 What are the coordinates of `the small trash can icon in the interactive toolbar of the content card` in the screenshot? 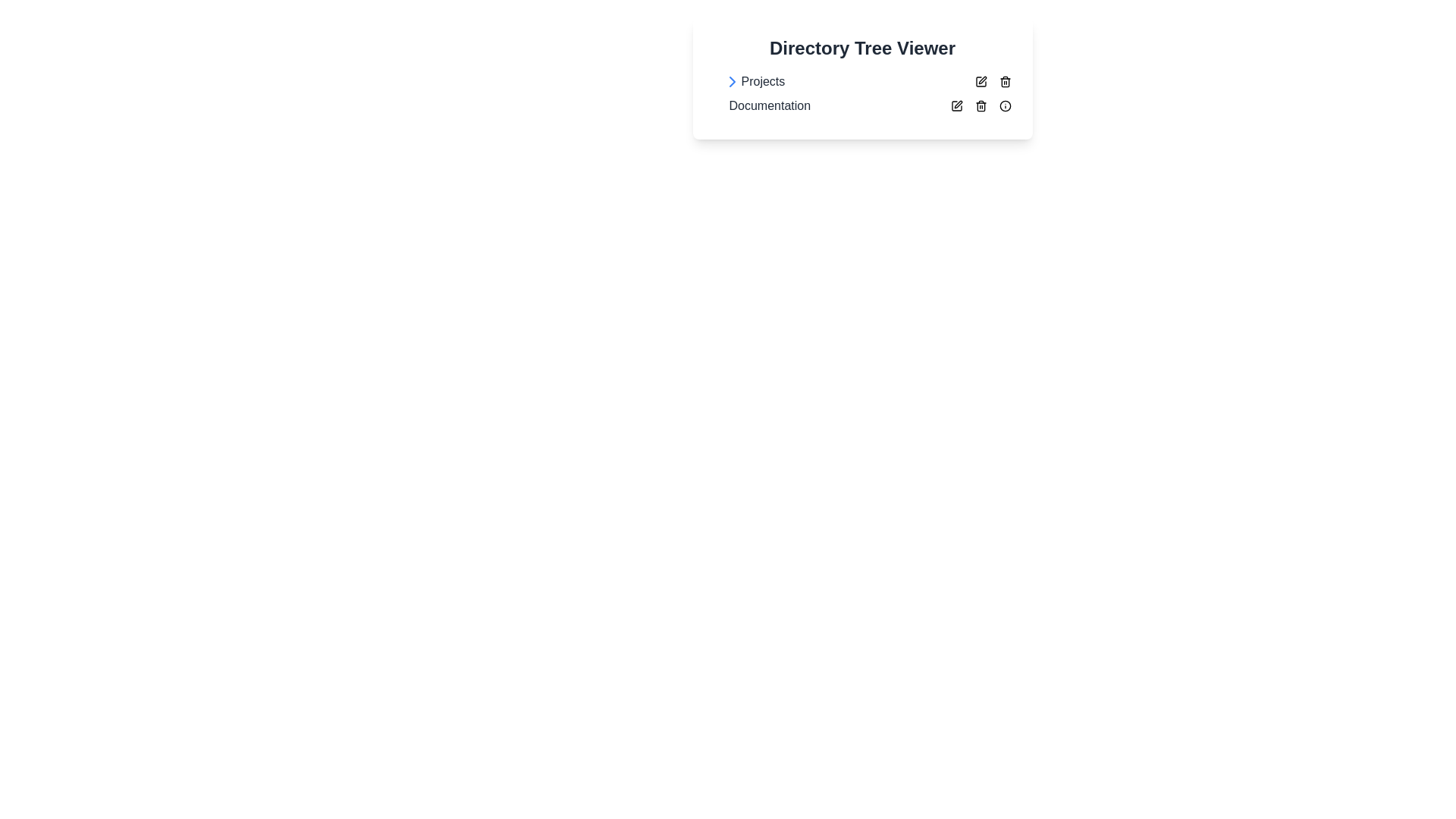 It's located at (1005, 82).